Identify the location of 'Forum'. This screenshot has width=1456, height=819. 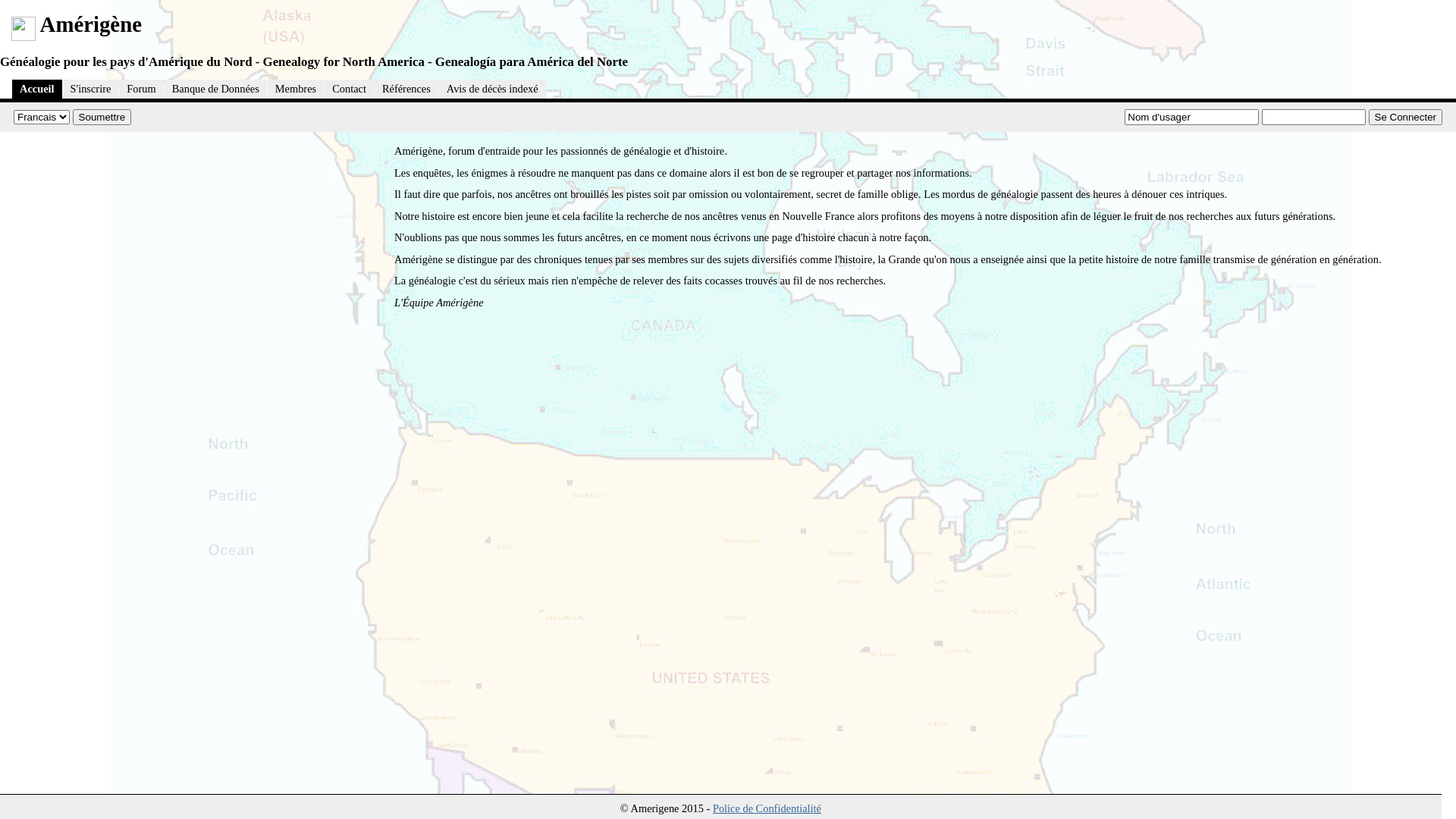
(141, 89).